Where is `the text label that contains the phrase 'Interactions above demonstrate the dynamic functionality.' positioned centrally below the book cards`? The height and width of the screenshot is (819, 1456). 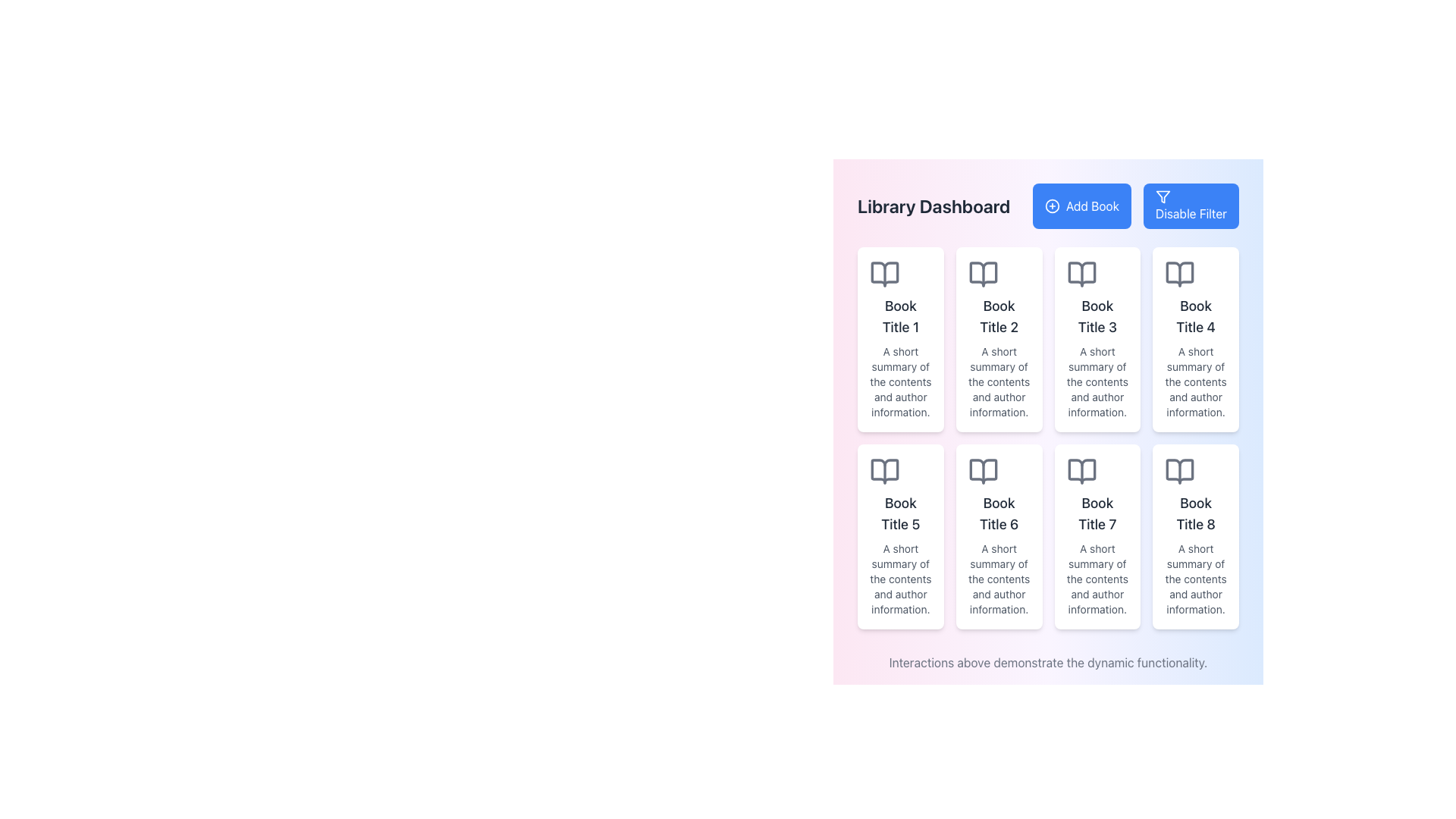
the text label that contains the phrase 'Interactions above demonstrate the dynamic functionality.' positioned centrally below the book cards is located at coordinates (1047, 662).